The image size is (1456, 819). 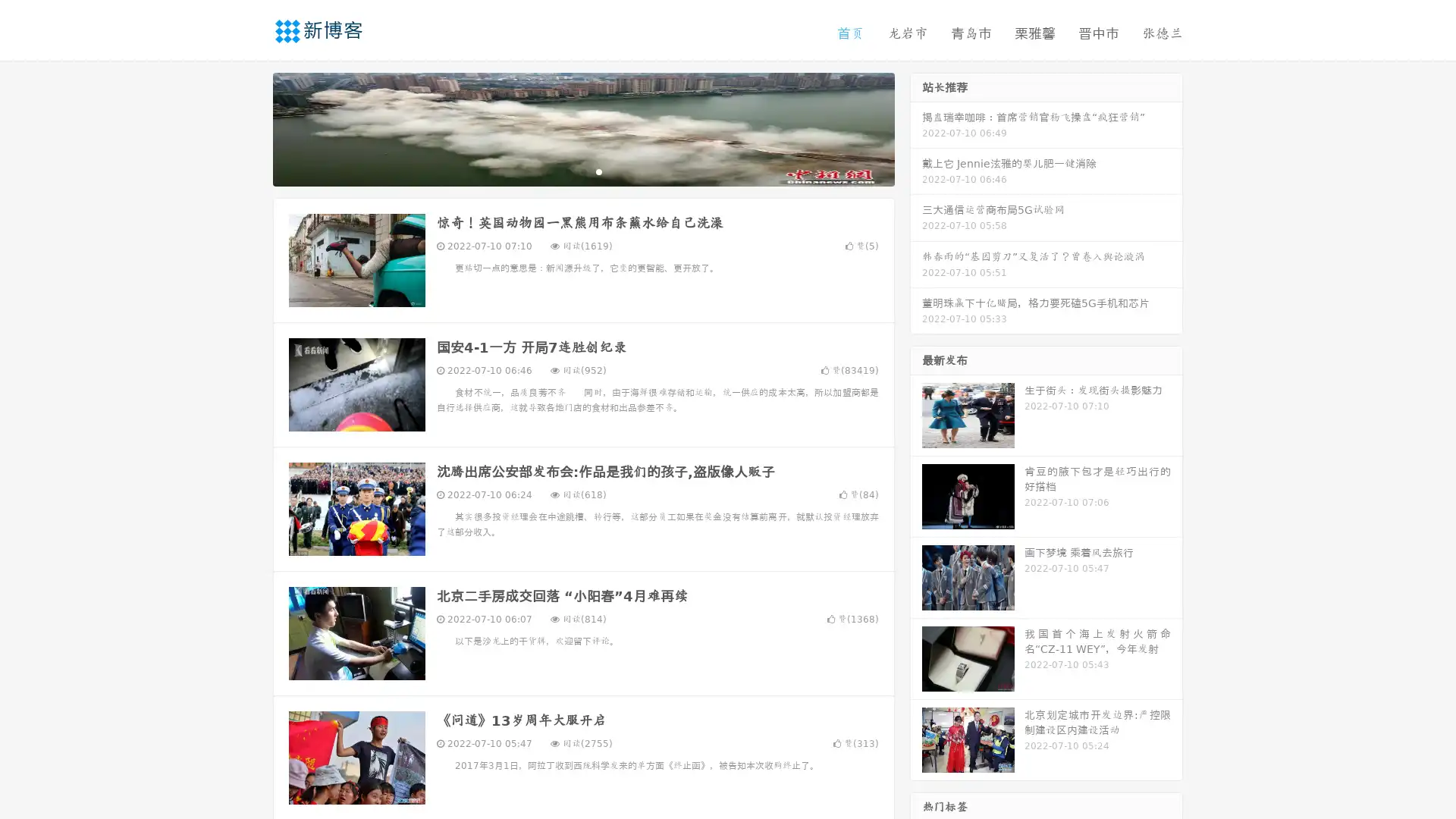 What do you see at coordinates (250, 127) in the screenshot?
I see `Previous slide` at bounding box center [250, 127].